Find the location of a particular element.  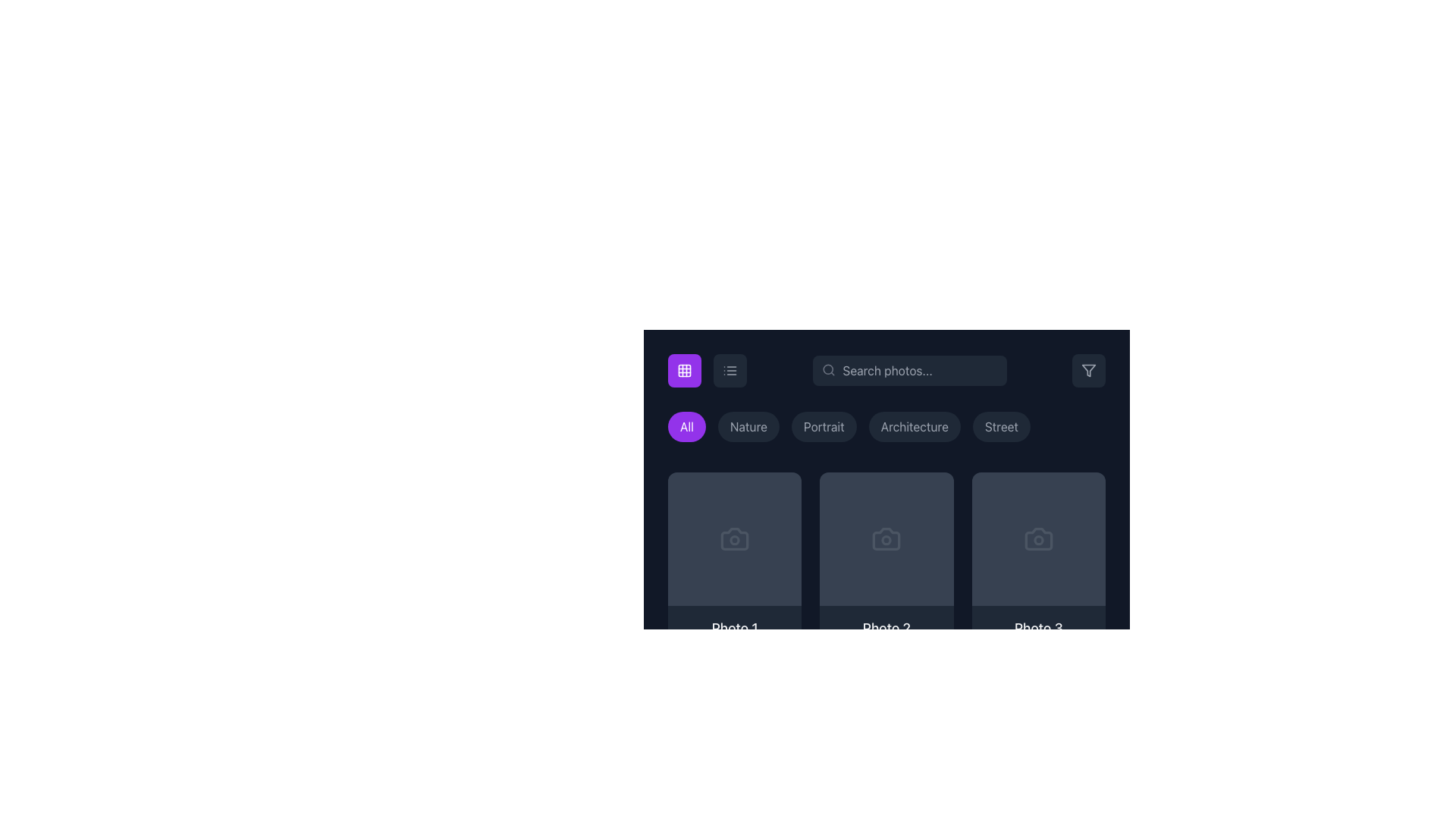

the first square button with a rounded purple background and a white grid icon inside is located at coordinates (683, 371).